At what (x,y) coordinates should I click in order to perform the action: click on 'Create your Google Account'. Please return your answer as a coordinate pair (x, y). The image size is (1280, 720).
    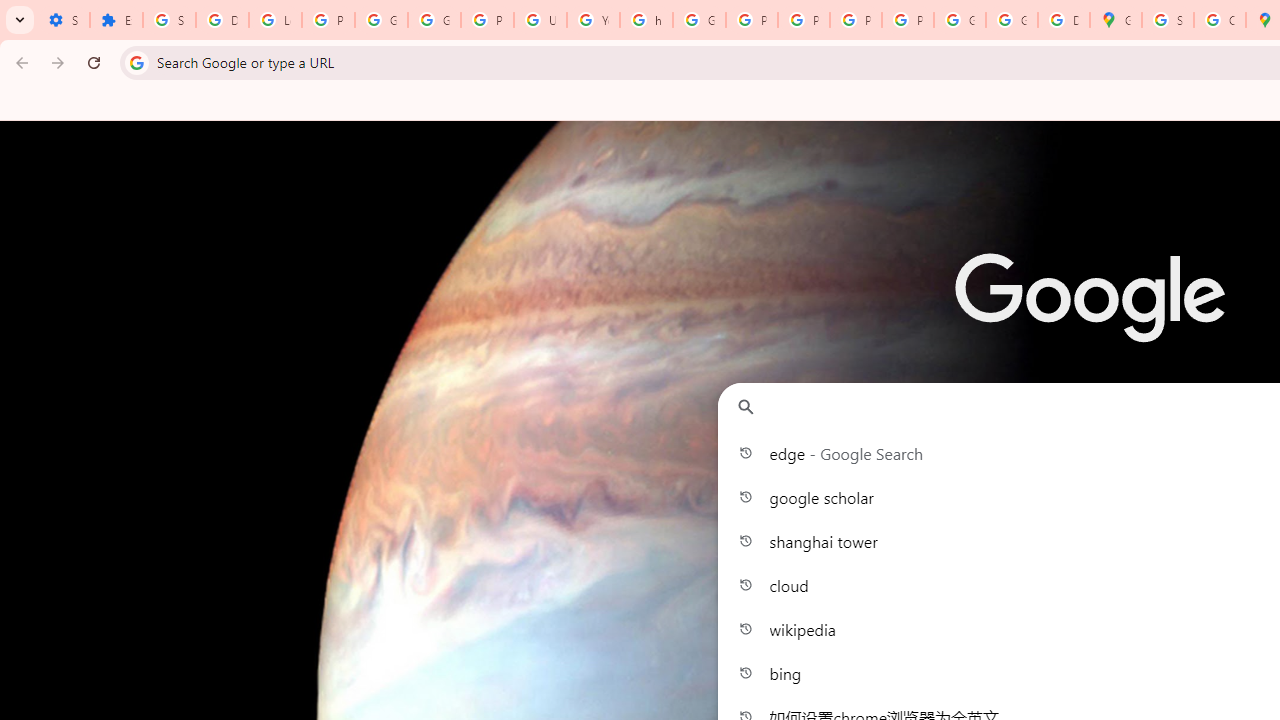
    Looking at the image, I should click on (1218, 20).